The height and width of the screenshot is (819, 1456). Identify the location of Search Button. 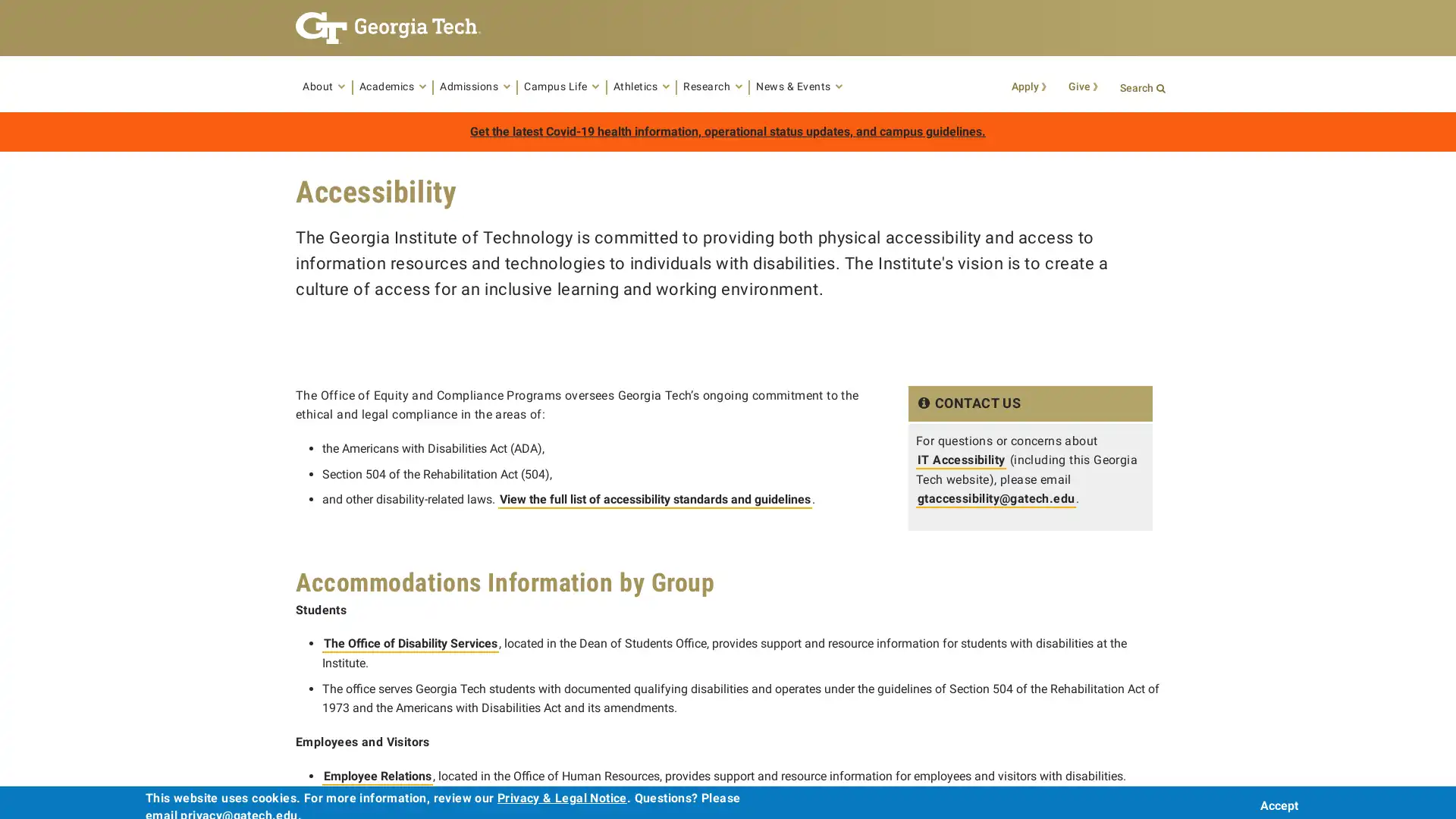
(1095, 125).